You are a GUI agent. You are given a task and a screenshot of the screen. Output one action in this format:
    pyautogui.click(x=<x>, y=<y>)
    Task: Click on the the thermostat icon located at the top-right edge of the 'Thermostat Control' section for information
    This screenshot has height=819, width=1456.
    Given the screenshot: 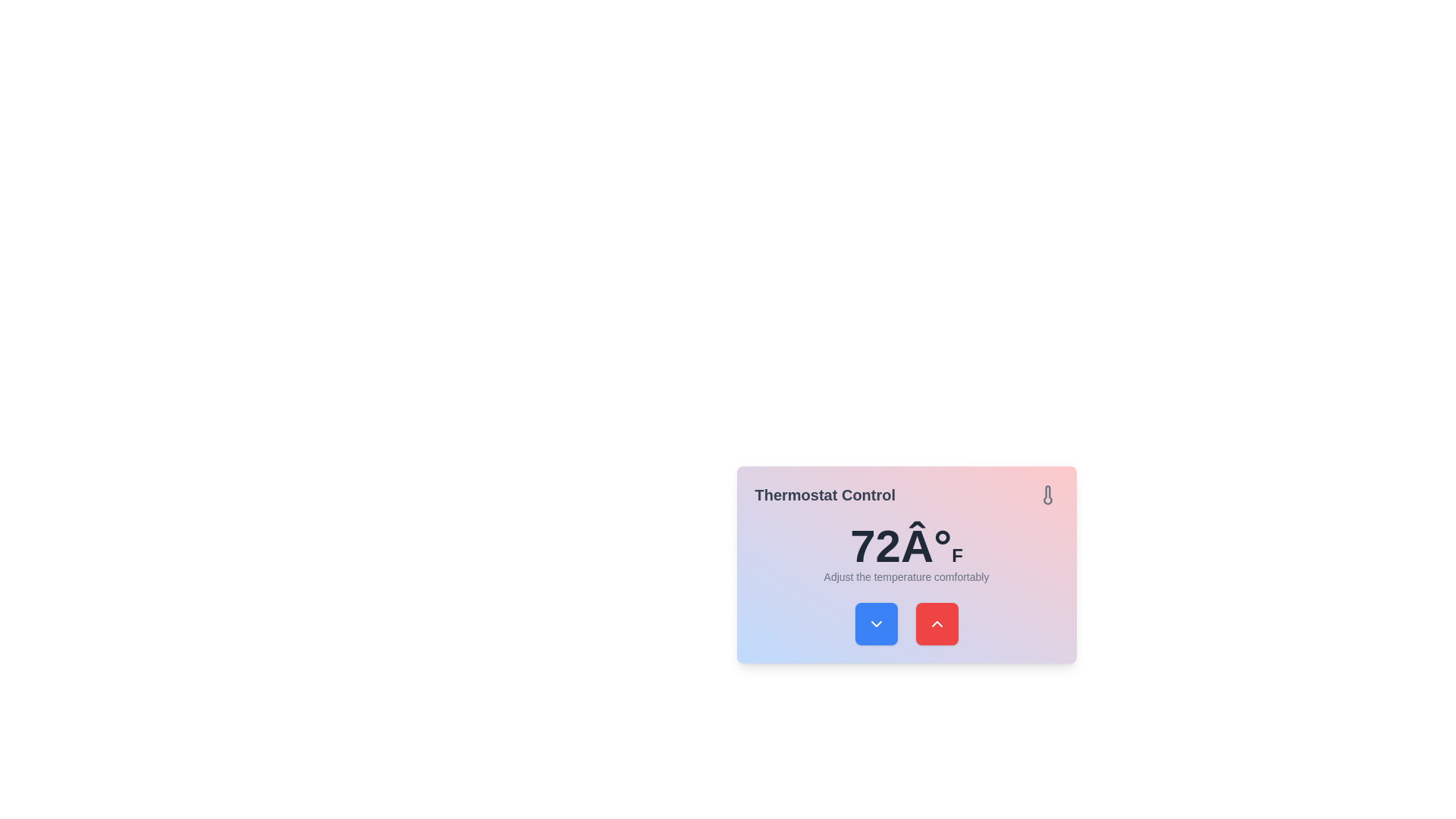 What is the action you would take?
    pyautogui.click(x=1046, y=494)
    